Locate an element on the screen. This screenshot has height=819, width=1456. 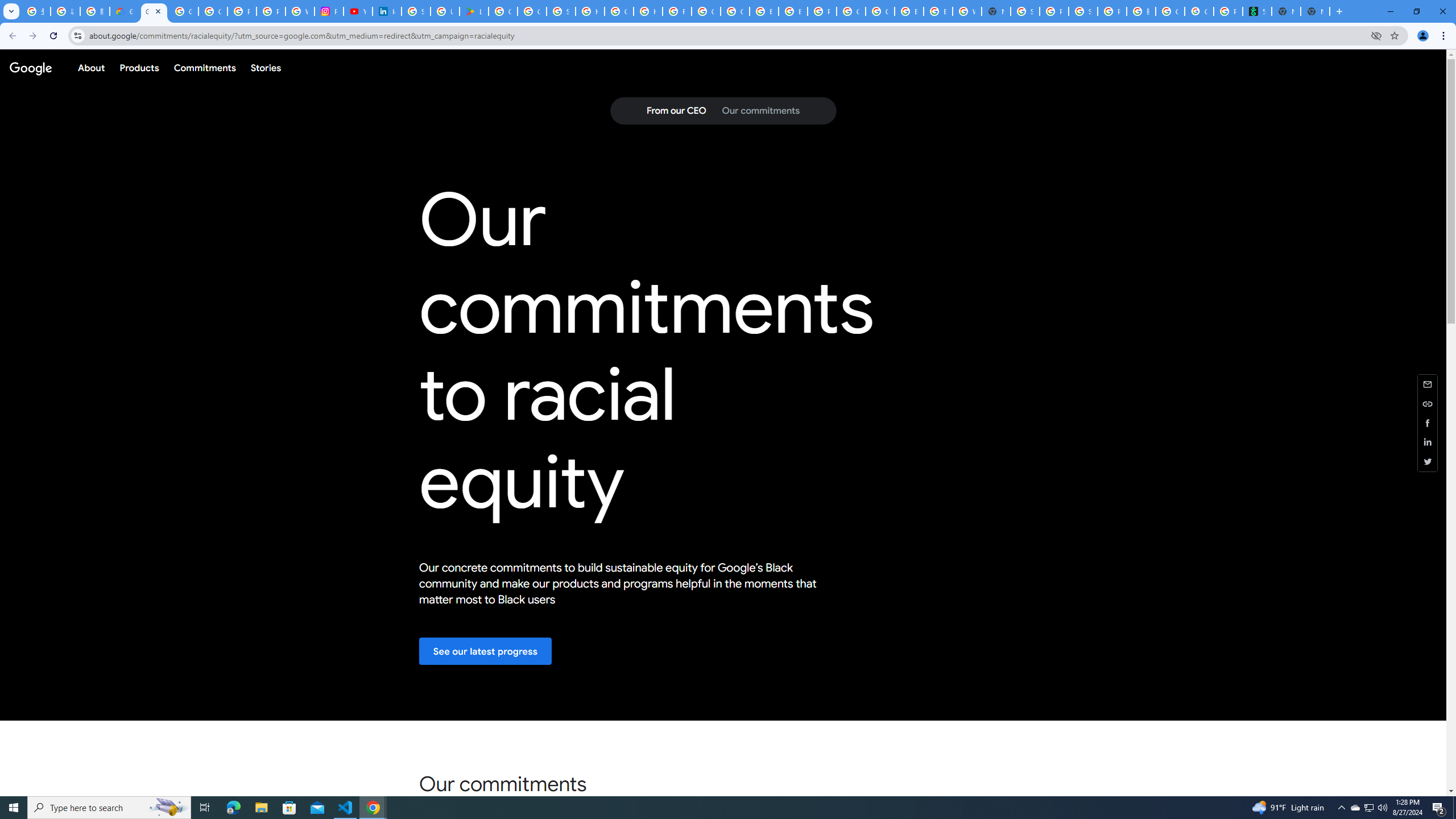
'See our latest progress' is located at coordinates (485, 651).